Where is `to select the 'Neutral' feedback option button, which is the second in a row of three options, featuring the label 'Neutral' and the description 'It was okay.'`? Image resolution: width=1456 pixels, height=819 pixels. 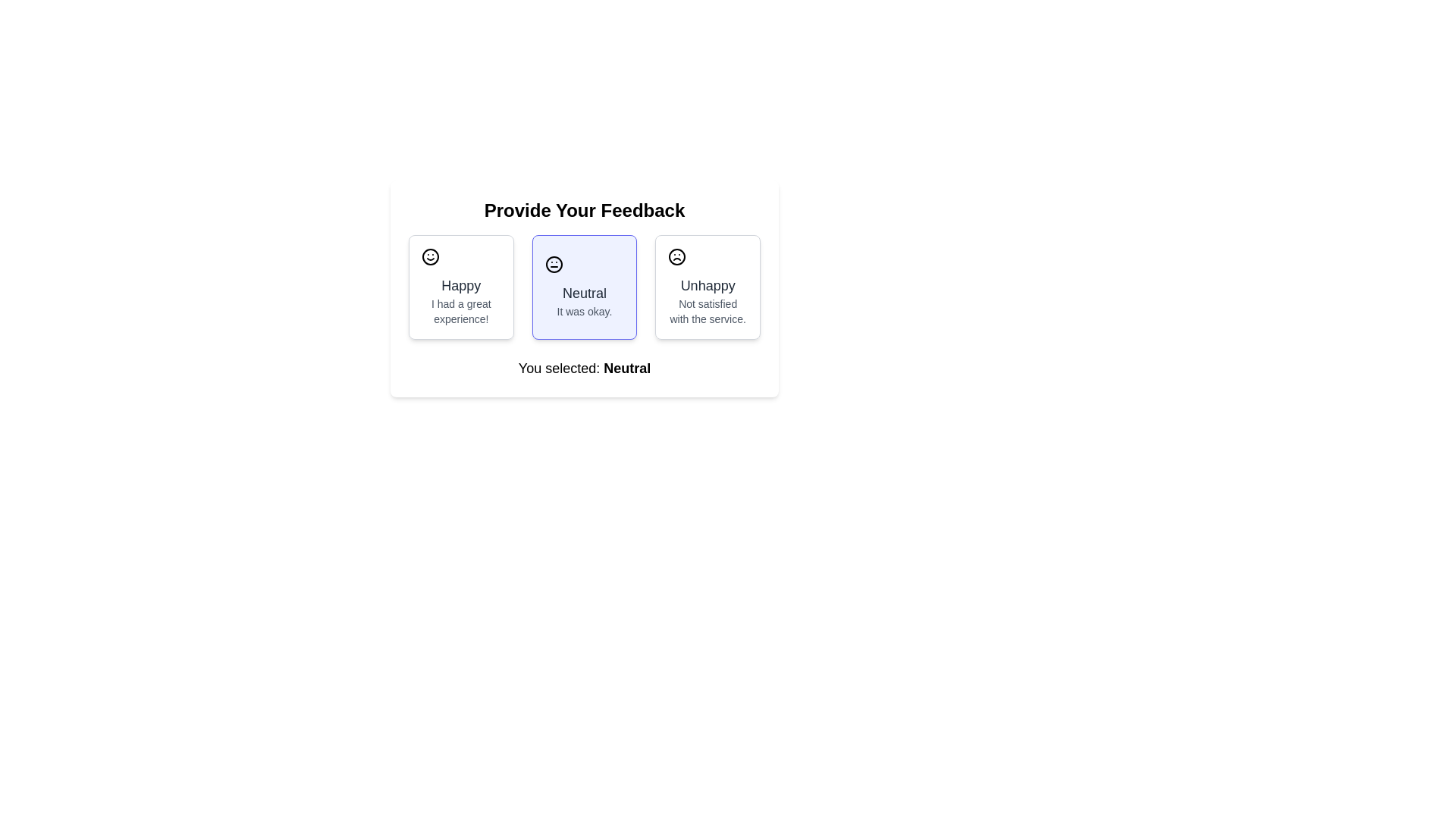 to select the 'Neutral' feedback option button, which is the second in a row of three options, featuring the label 'Neutral' and the description 'It was okay.' is located at coordinates (584, 287).